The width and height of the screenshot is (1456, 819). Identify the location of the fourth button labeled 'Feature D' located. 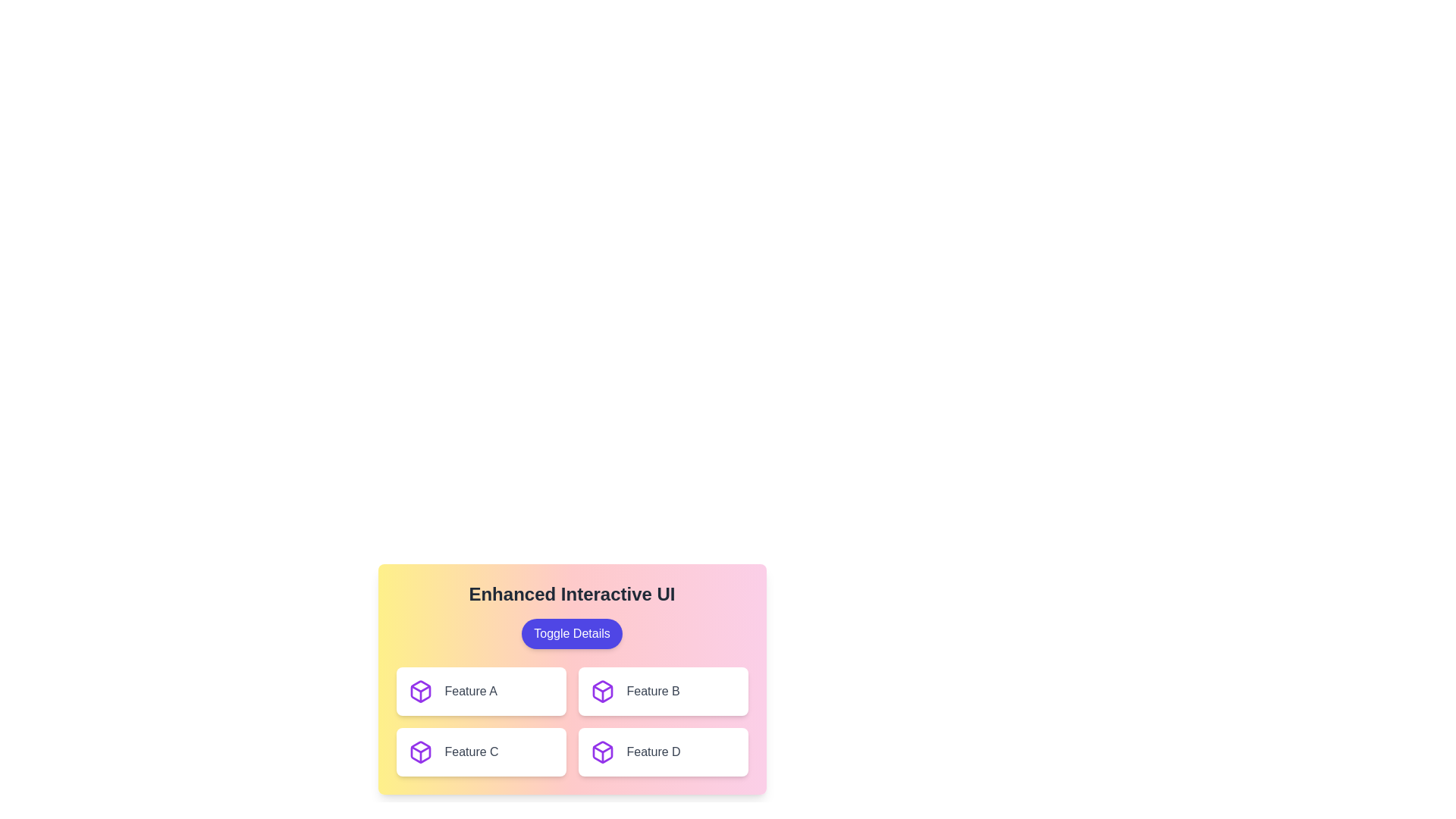
(663, 752).